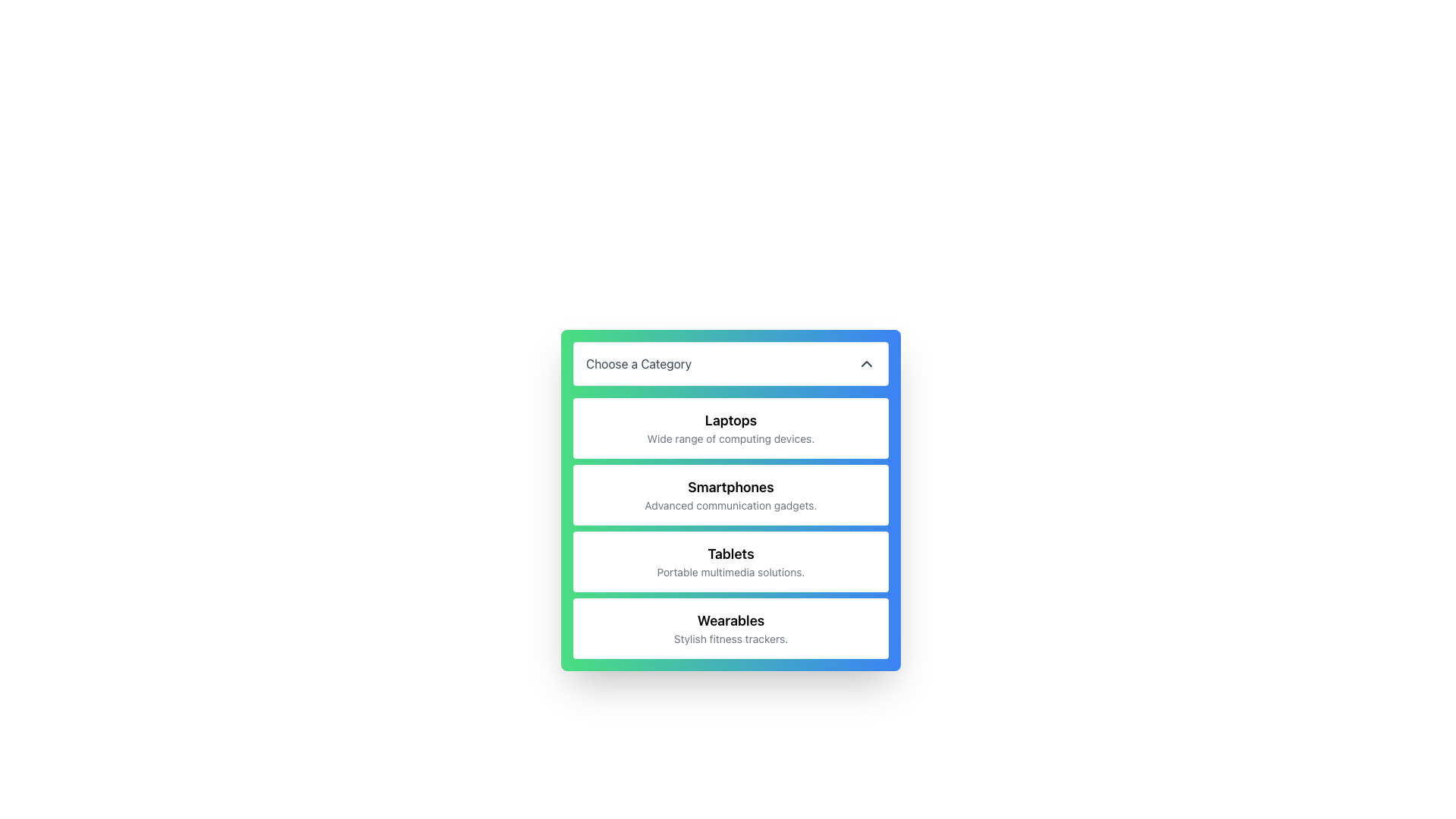 The image size is (1456, 819). I want to click on descriptive text label located below the 'Smartphones' title within the category selector, so click(731, 506).